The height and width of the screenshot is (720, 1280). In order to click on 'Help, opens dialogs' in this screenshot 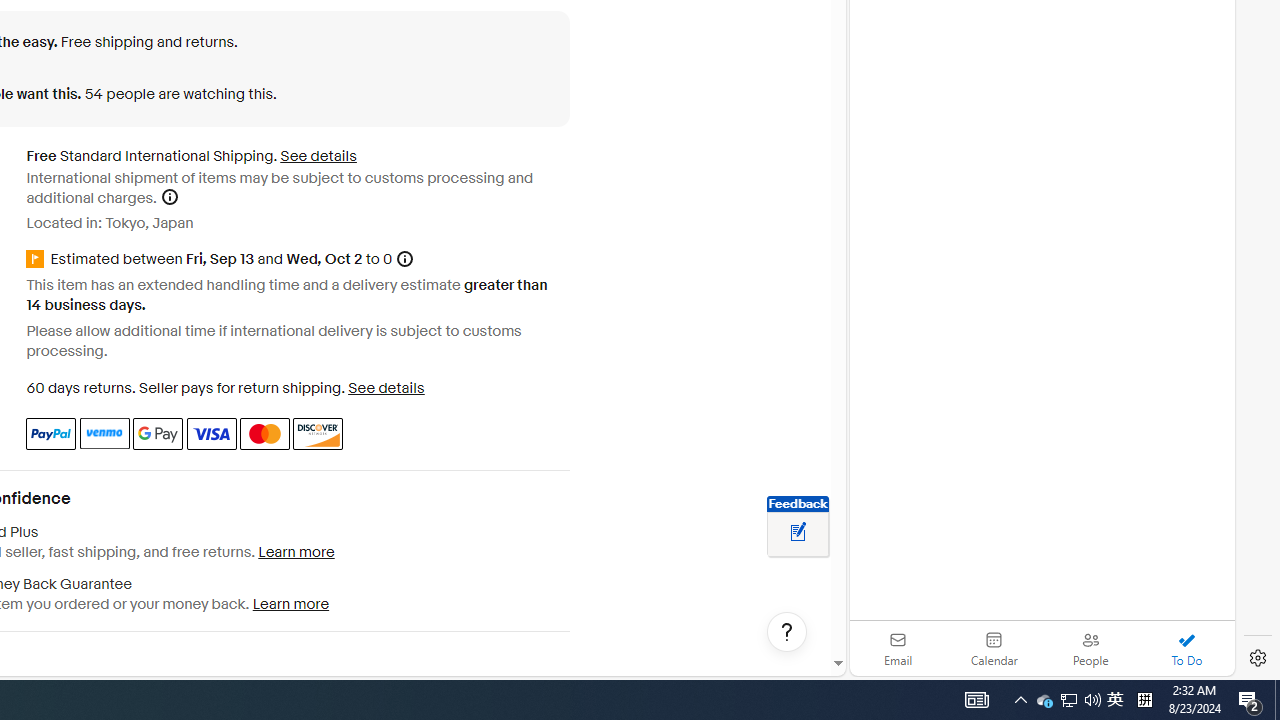, I will do `click(786, 632)`.